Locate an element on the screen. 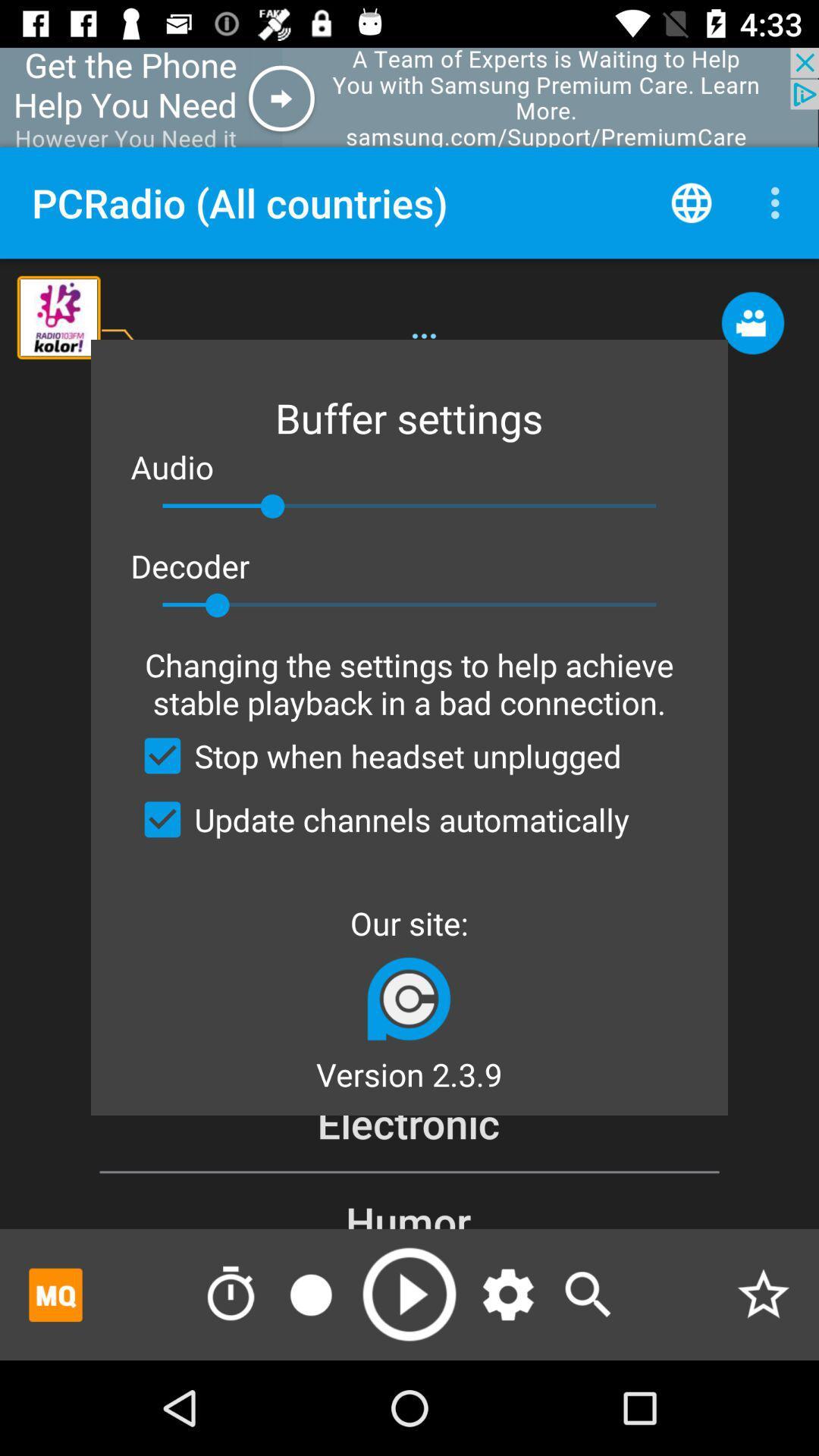 This screenshot has height=1456, width=819. update channels automatically item is located at coordinates (379, 818).